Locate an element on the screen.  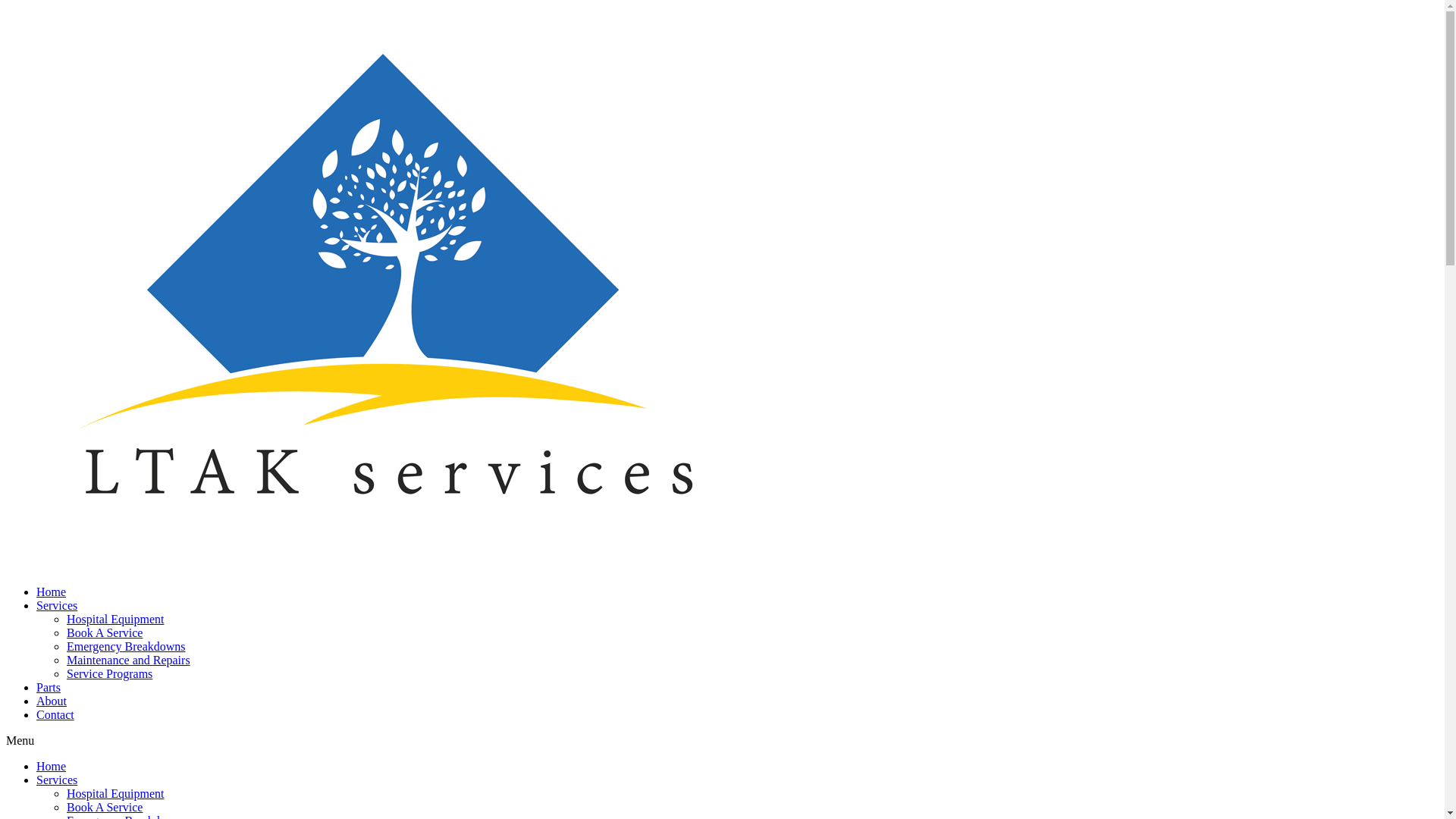
'Skip to content' is located at coordinates (5, 5).